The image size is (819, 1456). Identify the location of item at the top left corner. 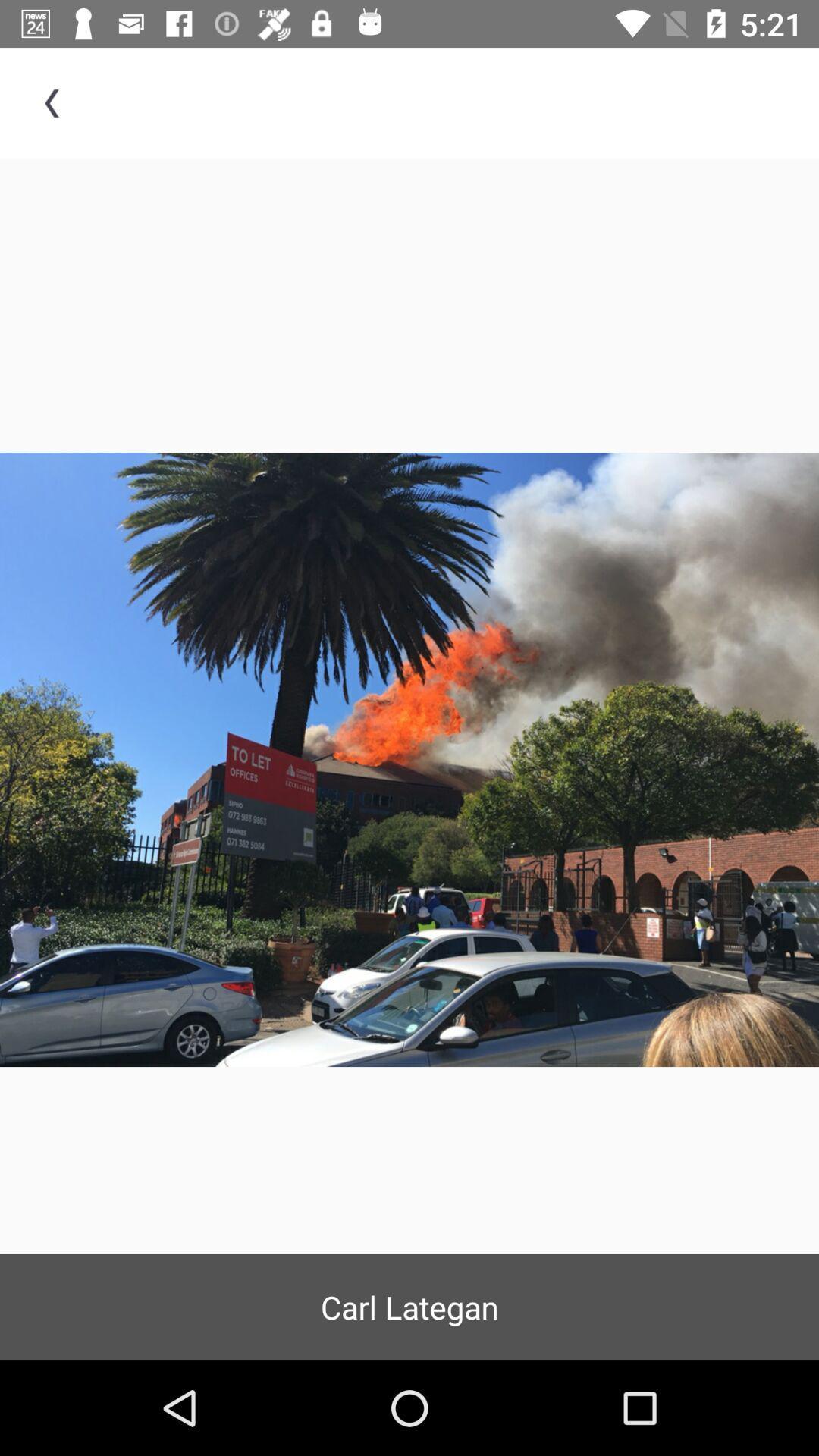
(55, 102).